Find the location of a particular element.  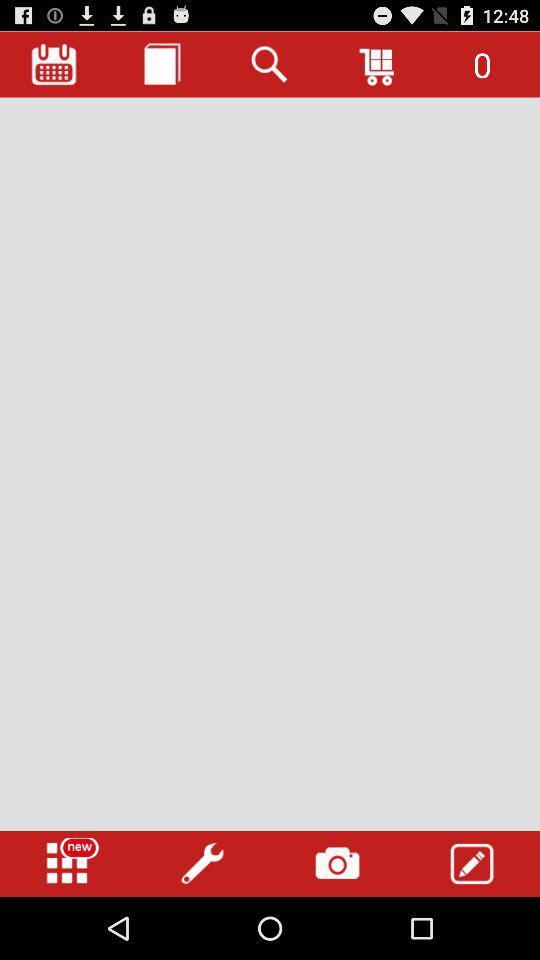

open shopping cart is located at coordinates (378, 64).